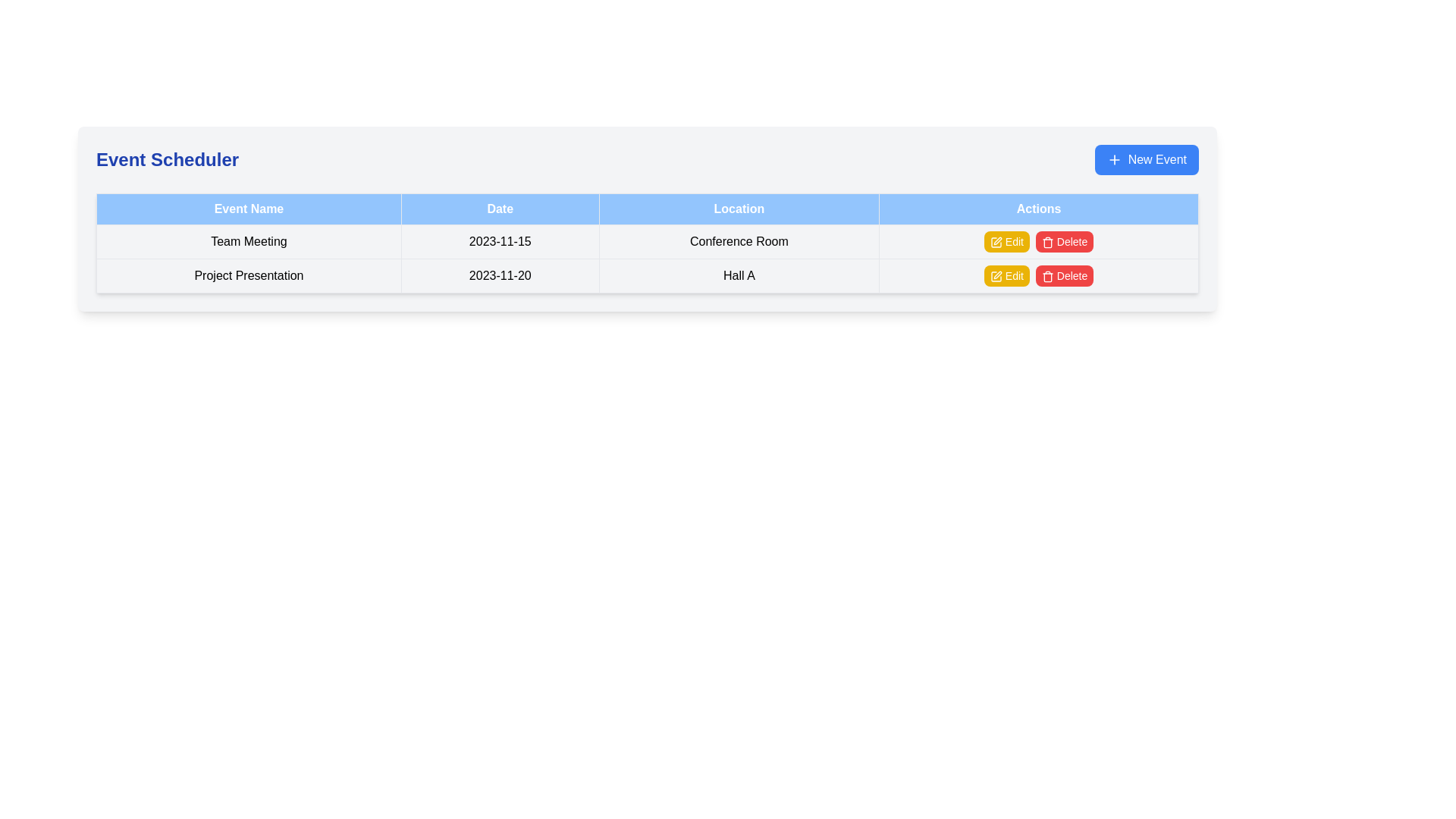 The width and height of the screenshot is (1456, 819). Describe the element at coordinates (167, 160) in the screenshot. I see `the 'Event Scheduler' text, which is prominently displayed in bold blue font at the upper-left area of the interface` at that location.